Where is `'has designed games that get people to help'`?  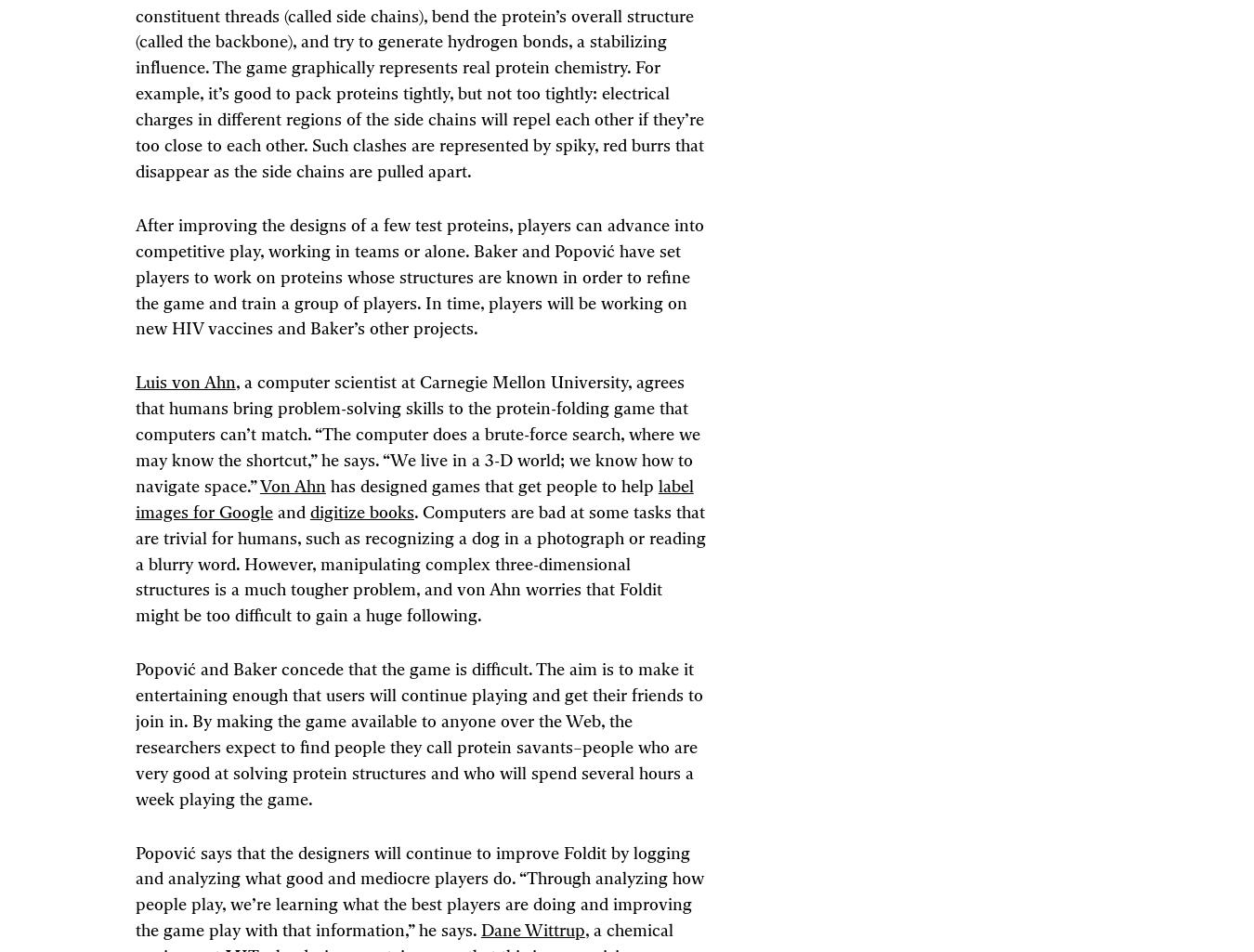
'has designed games that get people to help' is located at coordinates (490, 486).